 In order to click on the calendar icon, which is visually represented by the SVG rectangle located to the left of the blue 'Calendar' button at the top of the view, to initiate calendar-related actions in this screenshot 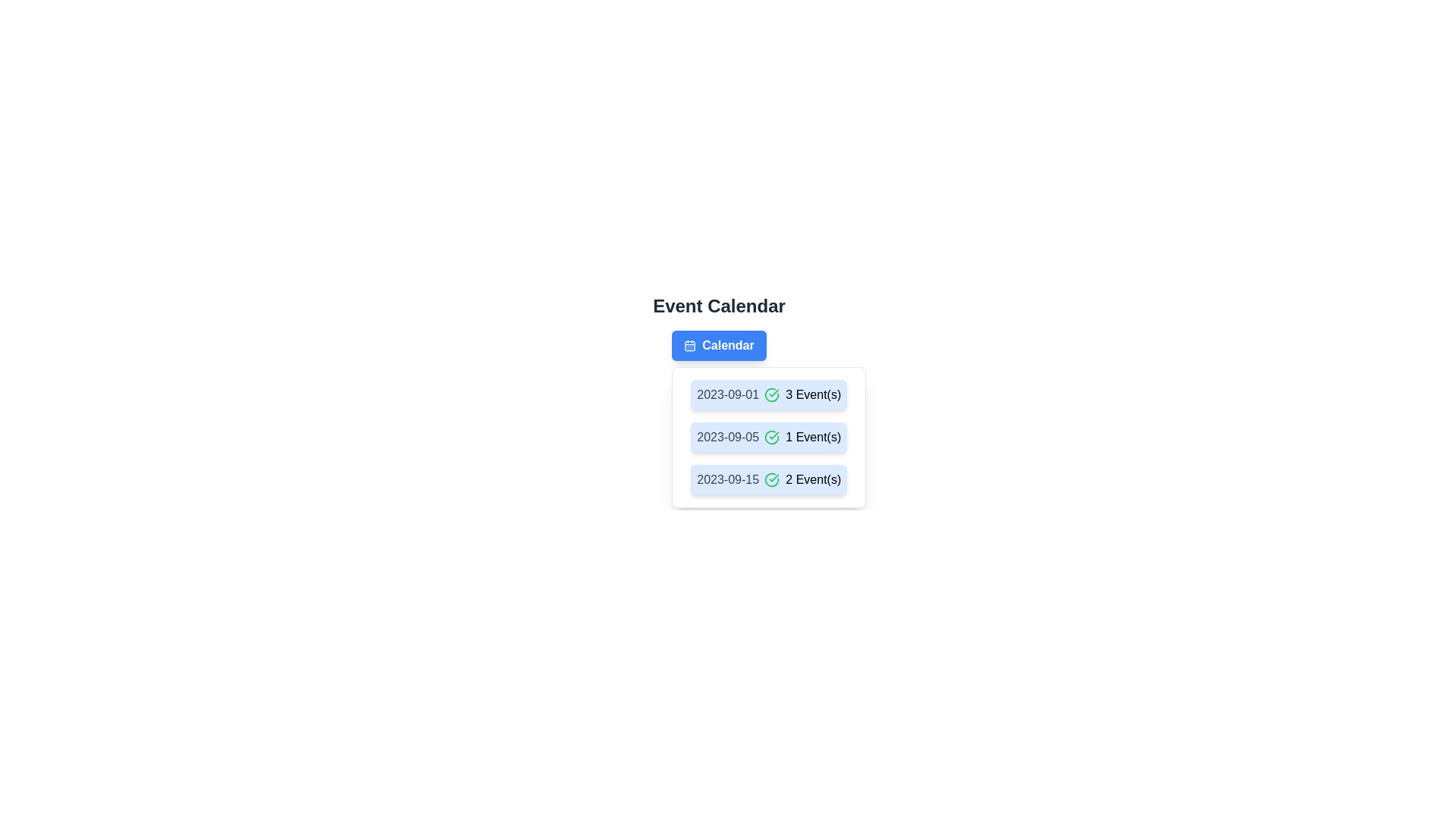, I will do `click(689, 346)`.